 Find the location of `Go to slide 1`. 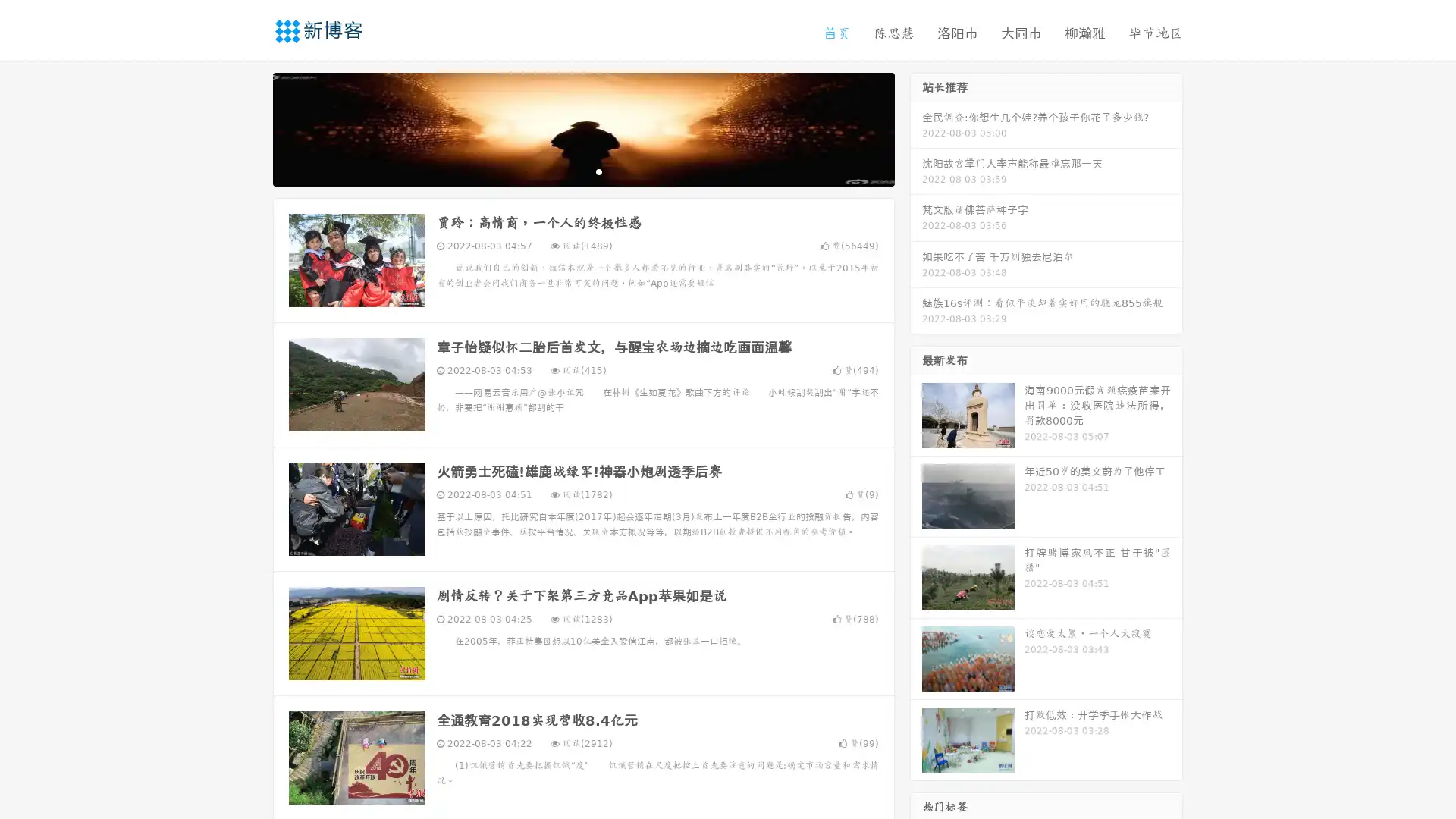

Go to slide 1 is located at coordinates (567, 171).